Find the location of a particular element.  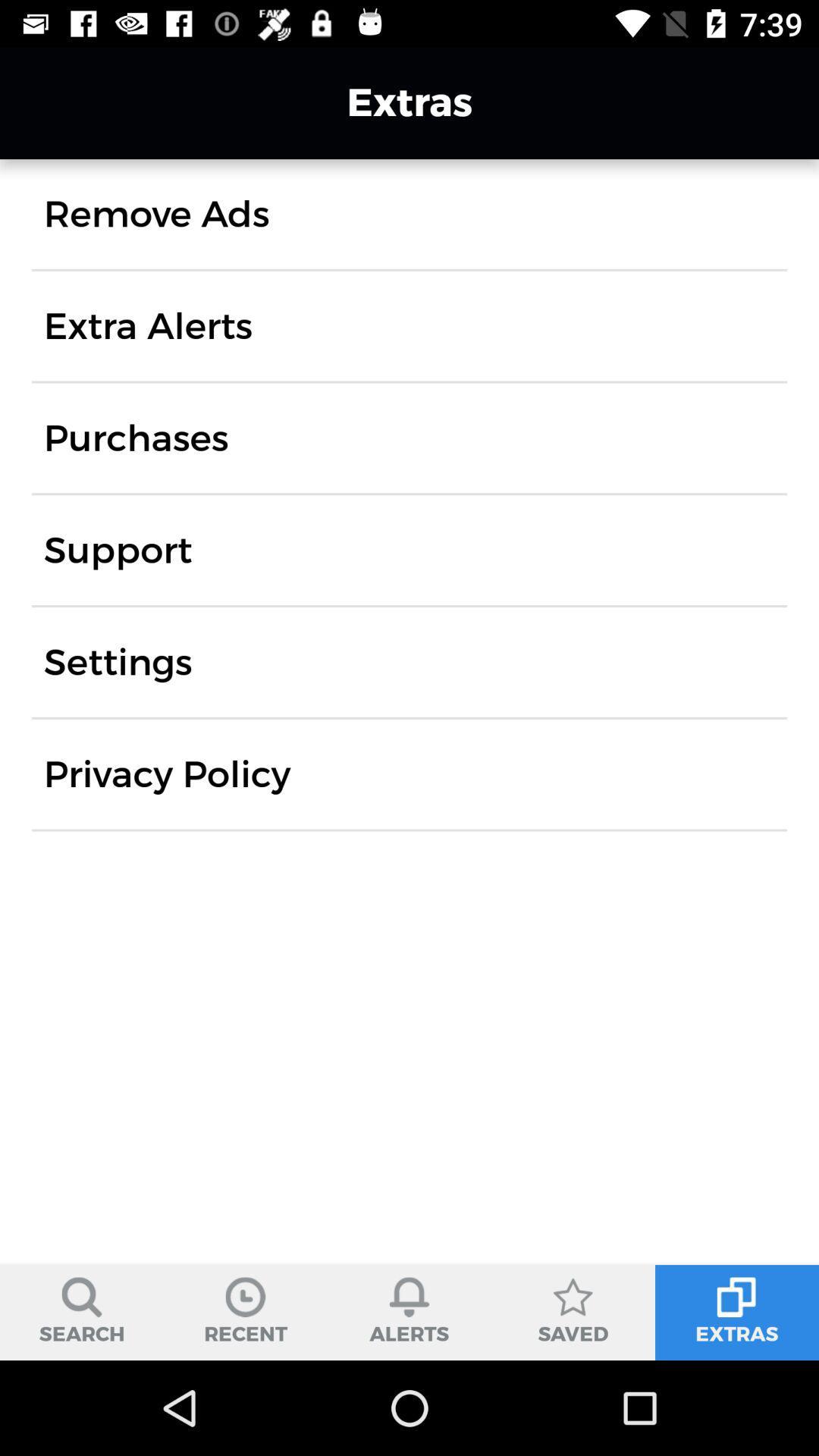

icon above the extra alerts is located at coordinates (156, 213).